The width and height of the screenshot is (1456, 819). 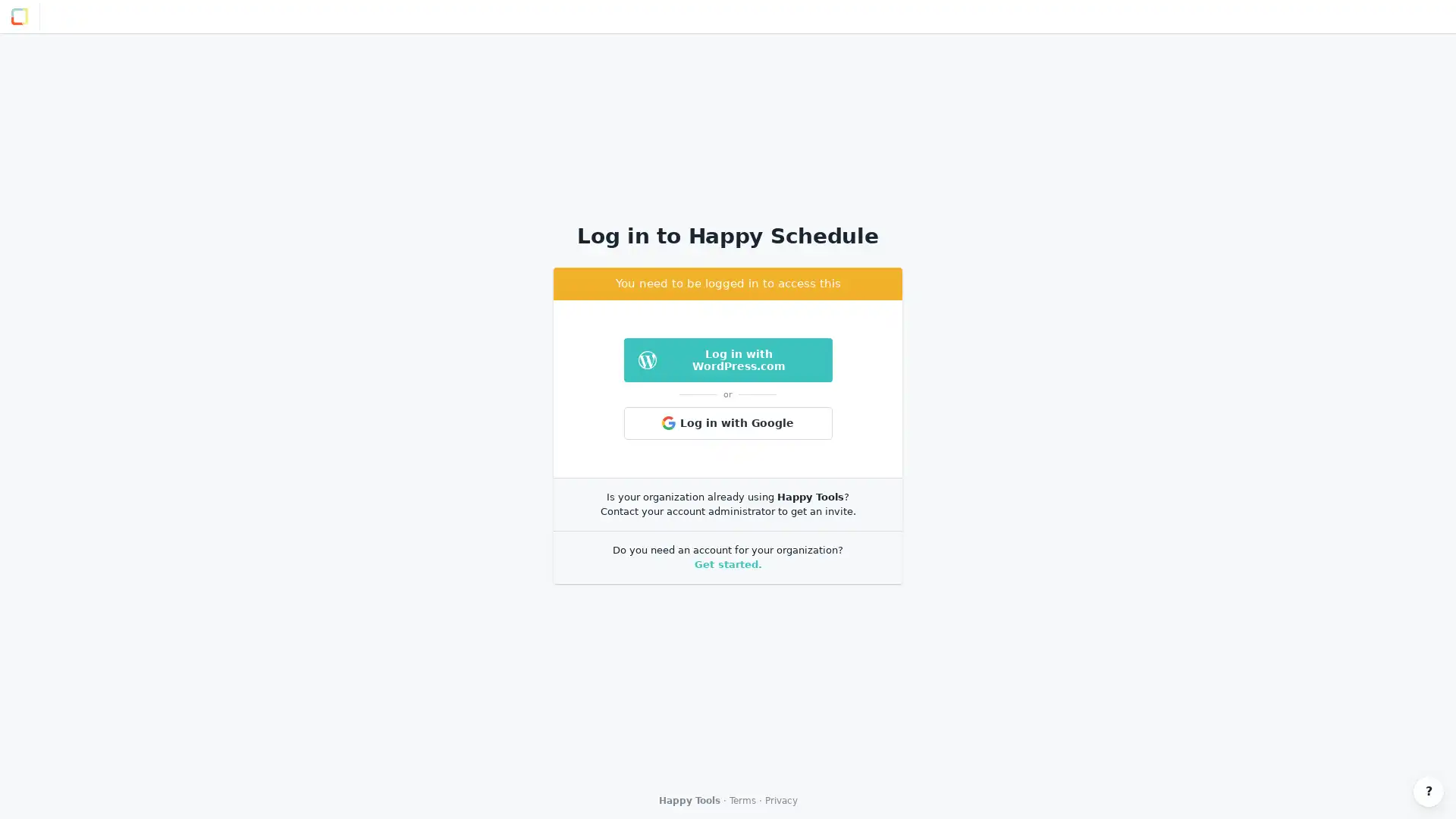 I want to click on Log in with Google, so click(x=726, y=422).